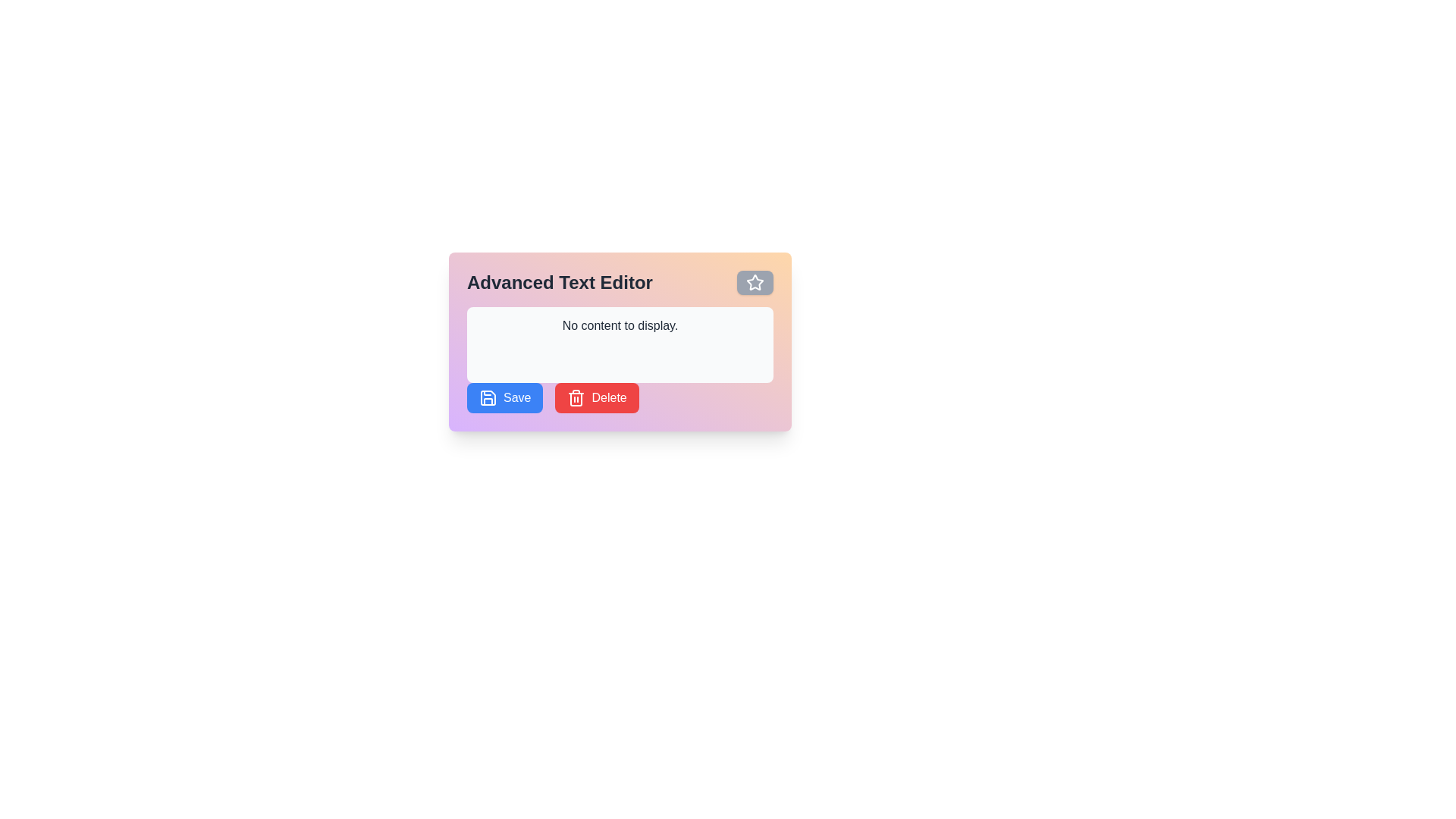 This screenshot has width=1456, height=819. What do you see at coordinates (488, 397) in the screenshot?
I see `the floppy disk save icon located towards the lower-left side of the panel, which is styled with blue and white colors and is part of a group of interactive buttons including 'Delete'` at bounding box center [488, 397].